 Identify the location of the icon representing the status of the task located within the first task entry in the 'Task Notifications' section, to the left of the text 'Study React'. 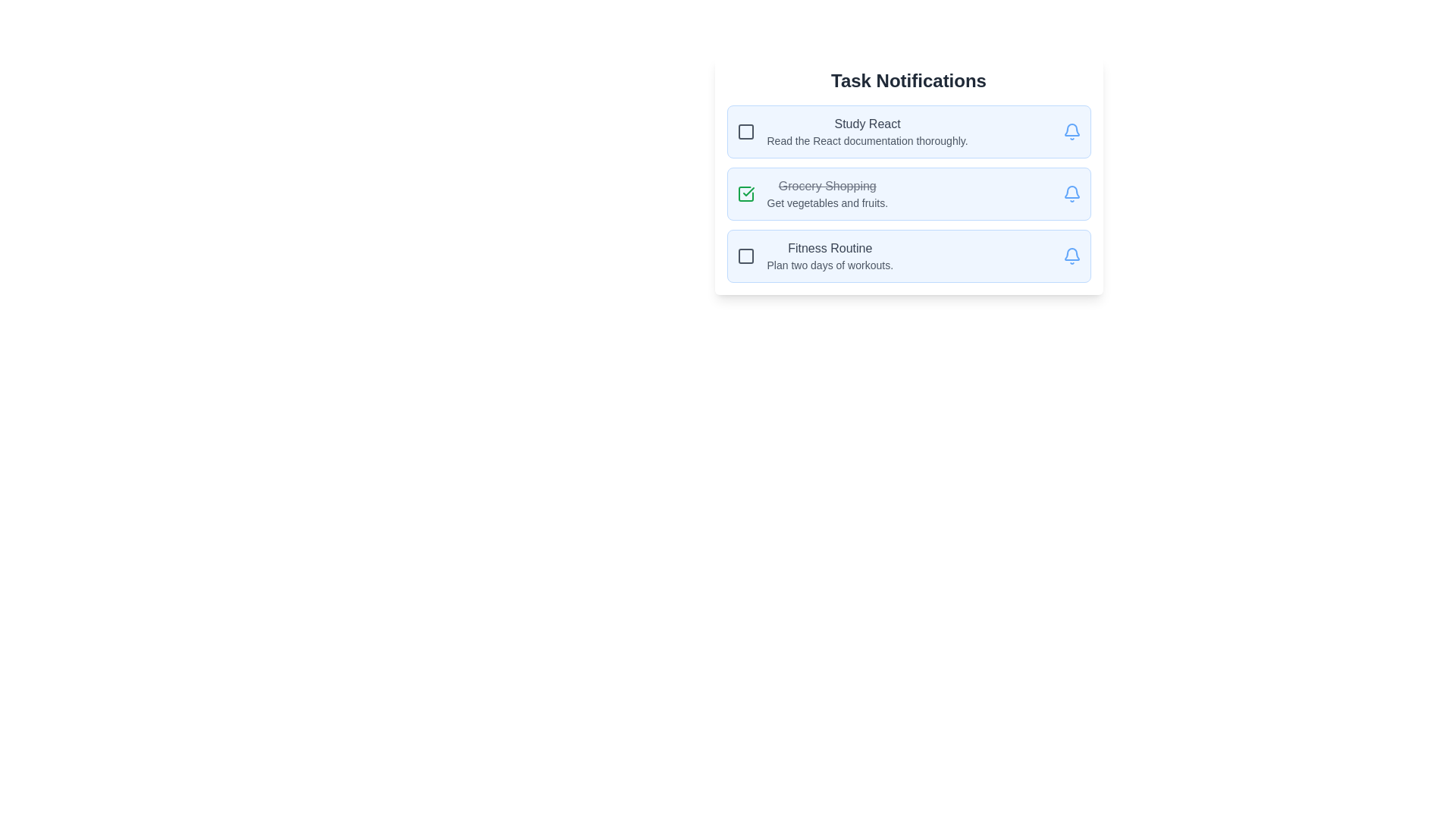
(745, 130).